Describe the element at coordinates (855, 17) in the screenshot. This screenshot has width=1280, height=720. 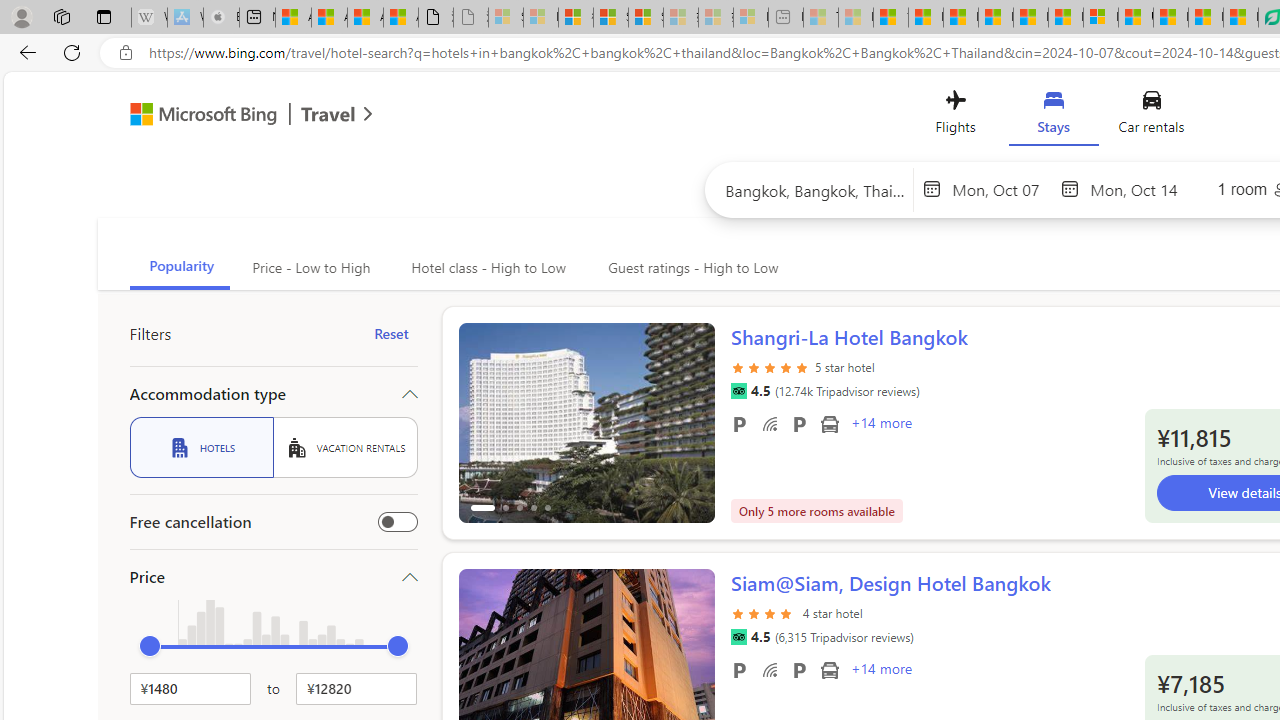
I see `'Marine life - MSN - Sleeping'` at that location.